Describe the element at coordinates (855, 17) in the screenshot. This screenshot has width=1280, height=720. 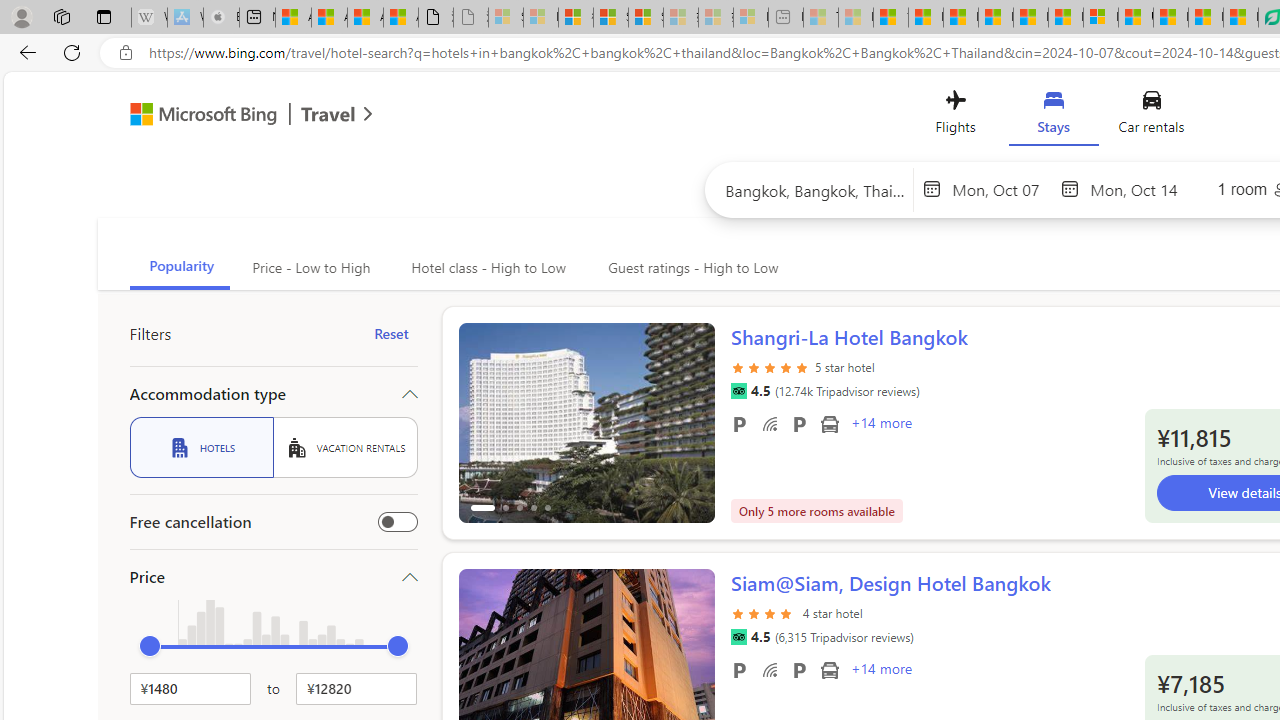
I see `'Marine life - MSN - Sleeping'` at that location.